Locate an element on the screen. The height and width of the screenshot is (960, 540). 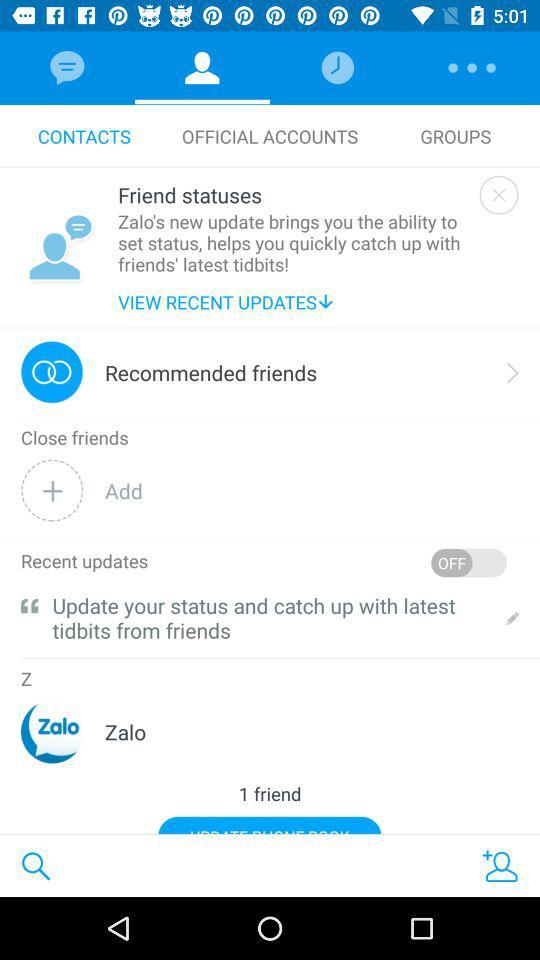
the next button beside recommended friends is located at coordinates (513, 371).